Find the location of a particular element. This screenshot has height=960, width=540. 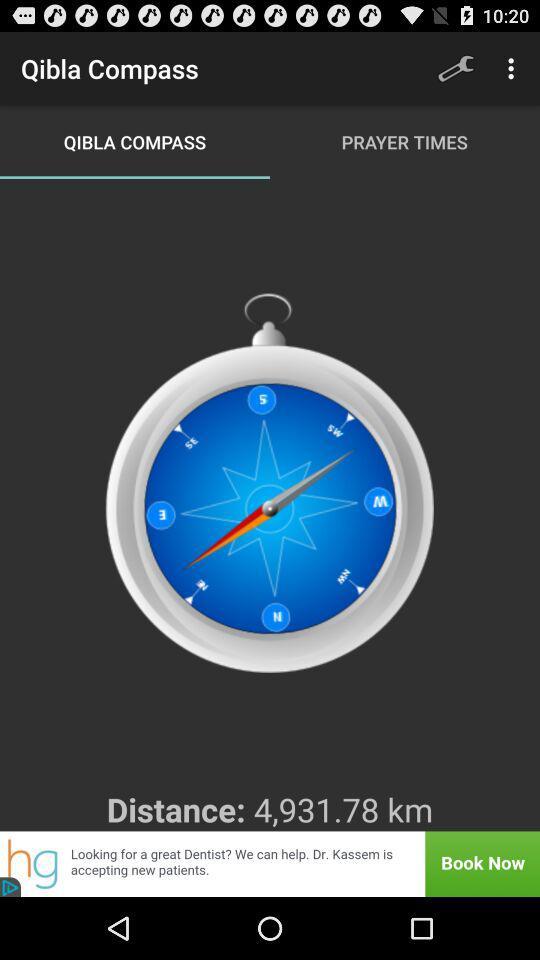

advertising is located at coordinates (270, 863).